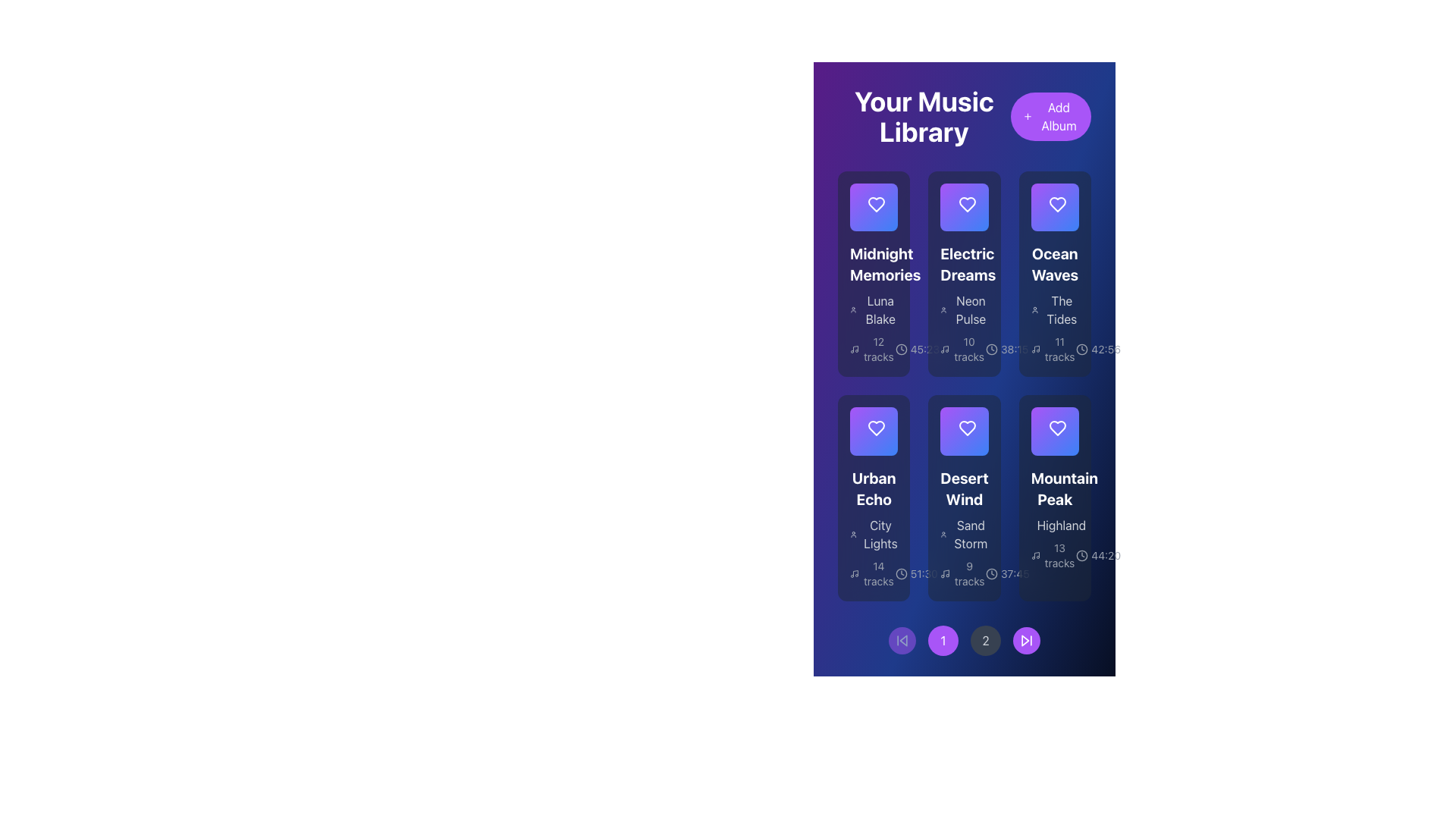 The width and height of the screenshot is (1456, 819). I want to click on the triangular play button icon located within the 'Ocean Waves' card in the 'Your Music Library' section, so click(1055, 207).